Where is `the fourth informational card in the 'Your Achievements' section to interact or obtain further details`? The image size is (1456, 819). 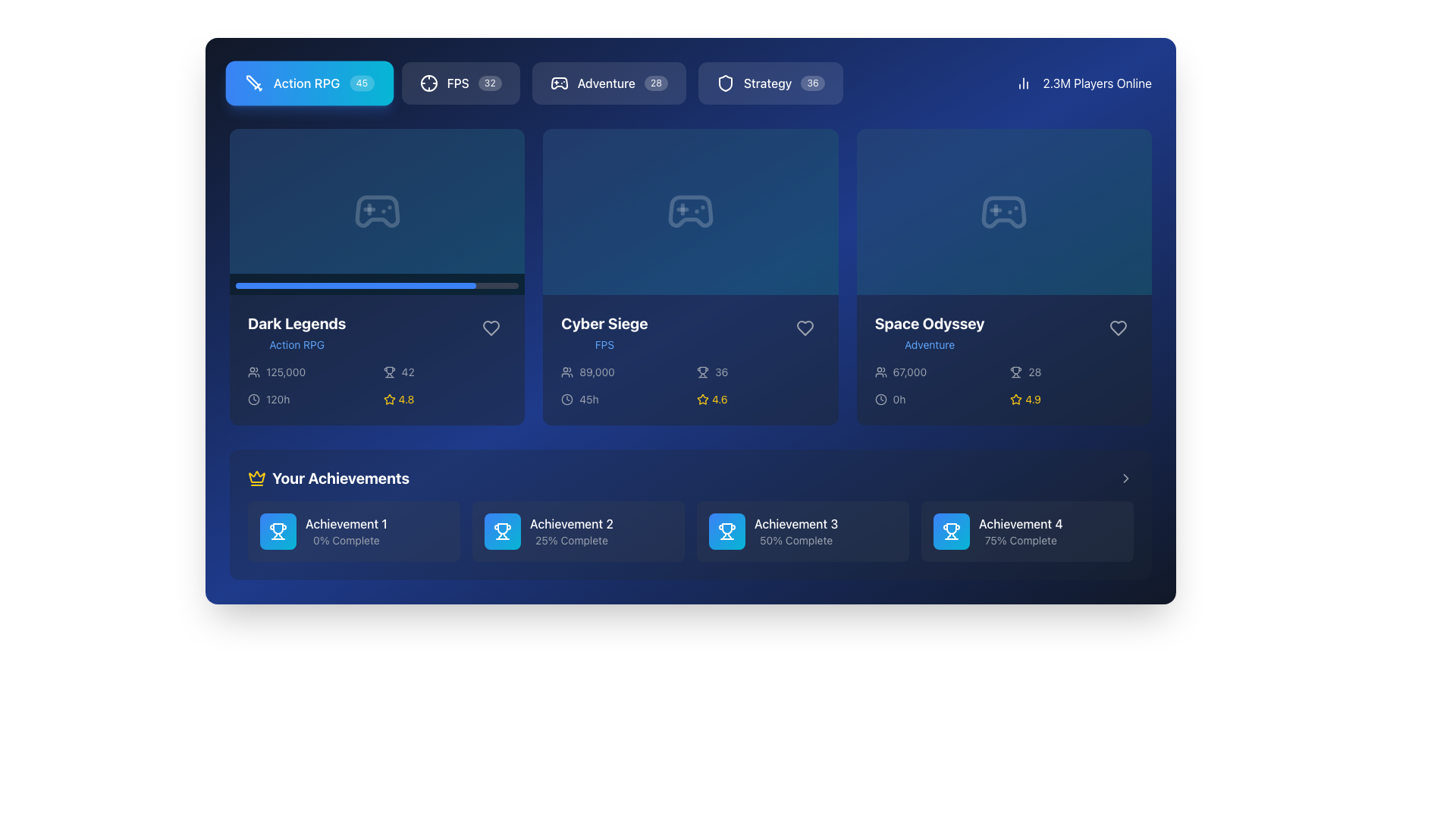
the fourth informational card in the 'Your Achievements' section to interact or obtain further details is located at coordinates (1027, 531).